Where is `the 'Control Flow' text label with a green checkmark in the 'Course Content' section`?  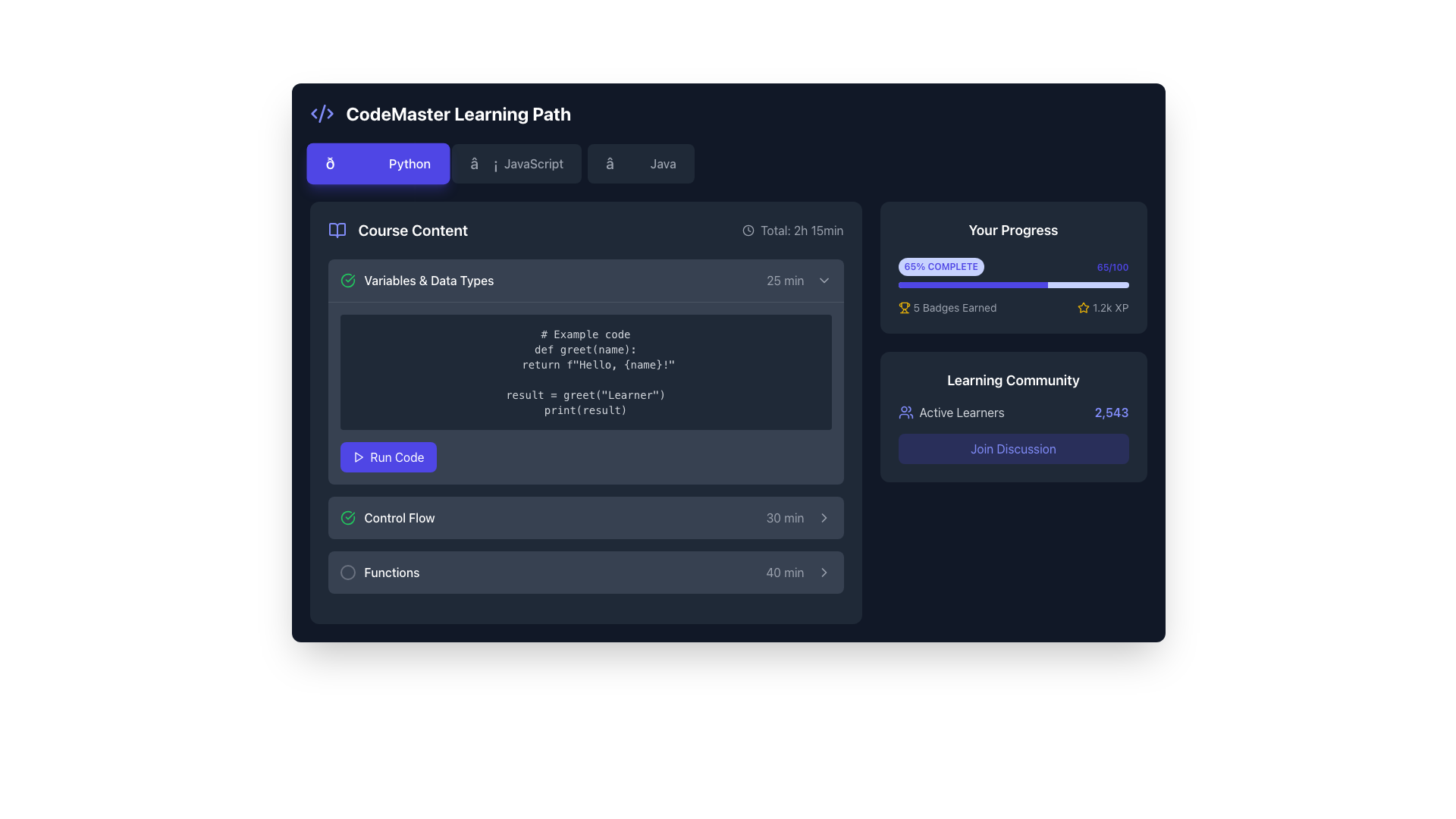 the 'Control Flow' text label with a green checkmark in the 'Course Content' section is located at coordinates (388, 516).